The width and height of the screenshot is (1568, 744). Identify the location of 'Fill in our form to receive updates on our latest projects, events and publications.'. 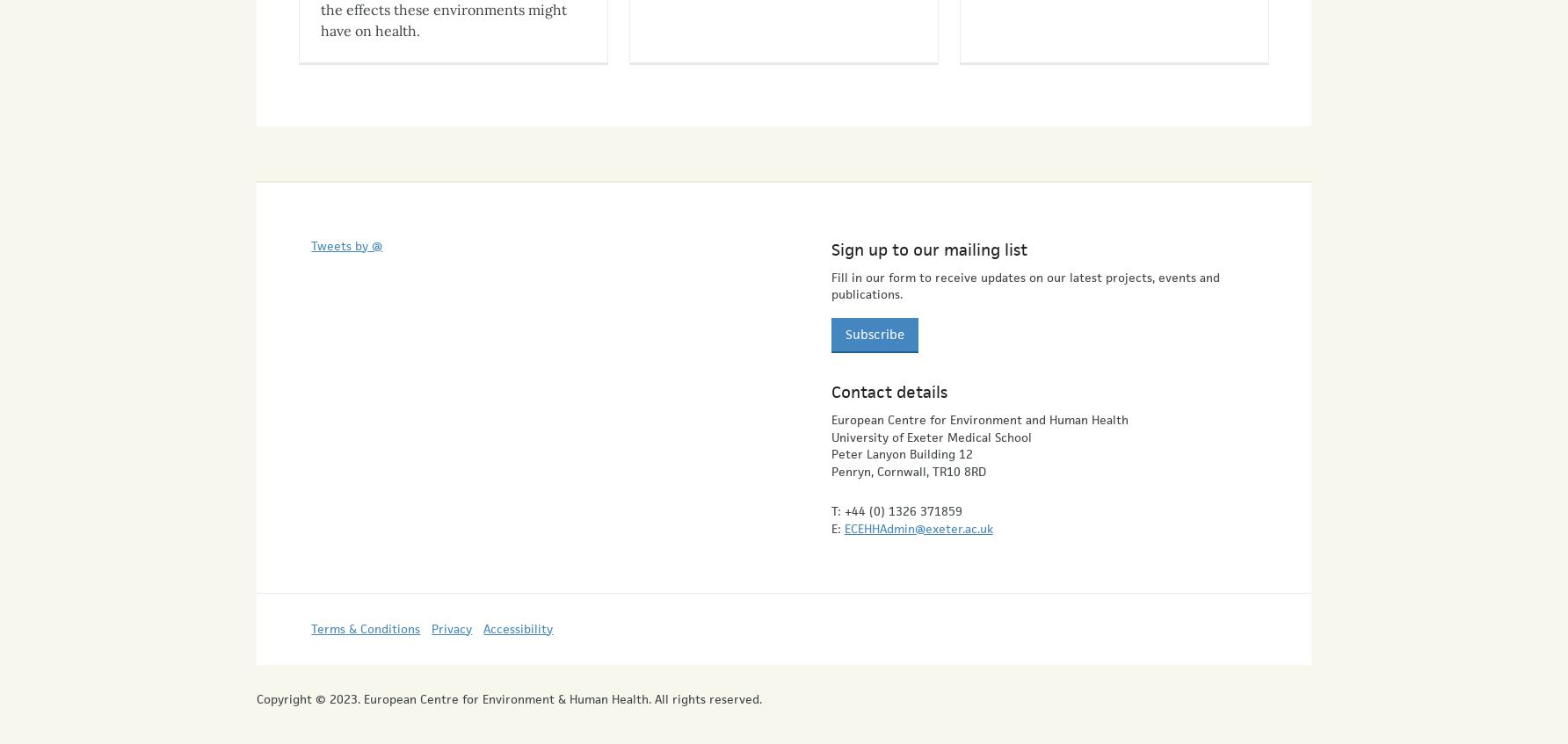
(1025, 270).